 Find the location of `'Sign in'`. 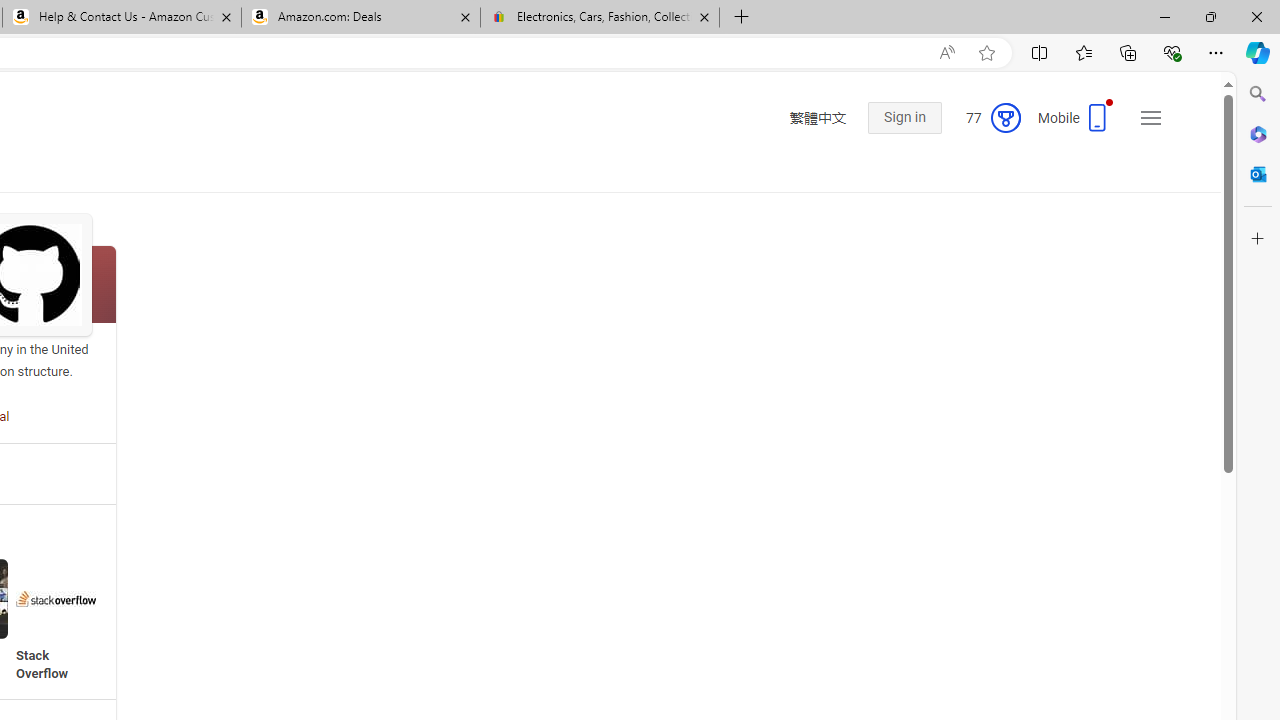

'Sign in' is located at coordinates (903, 118).